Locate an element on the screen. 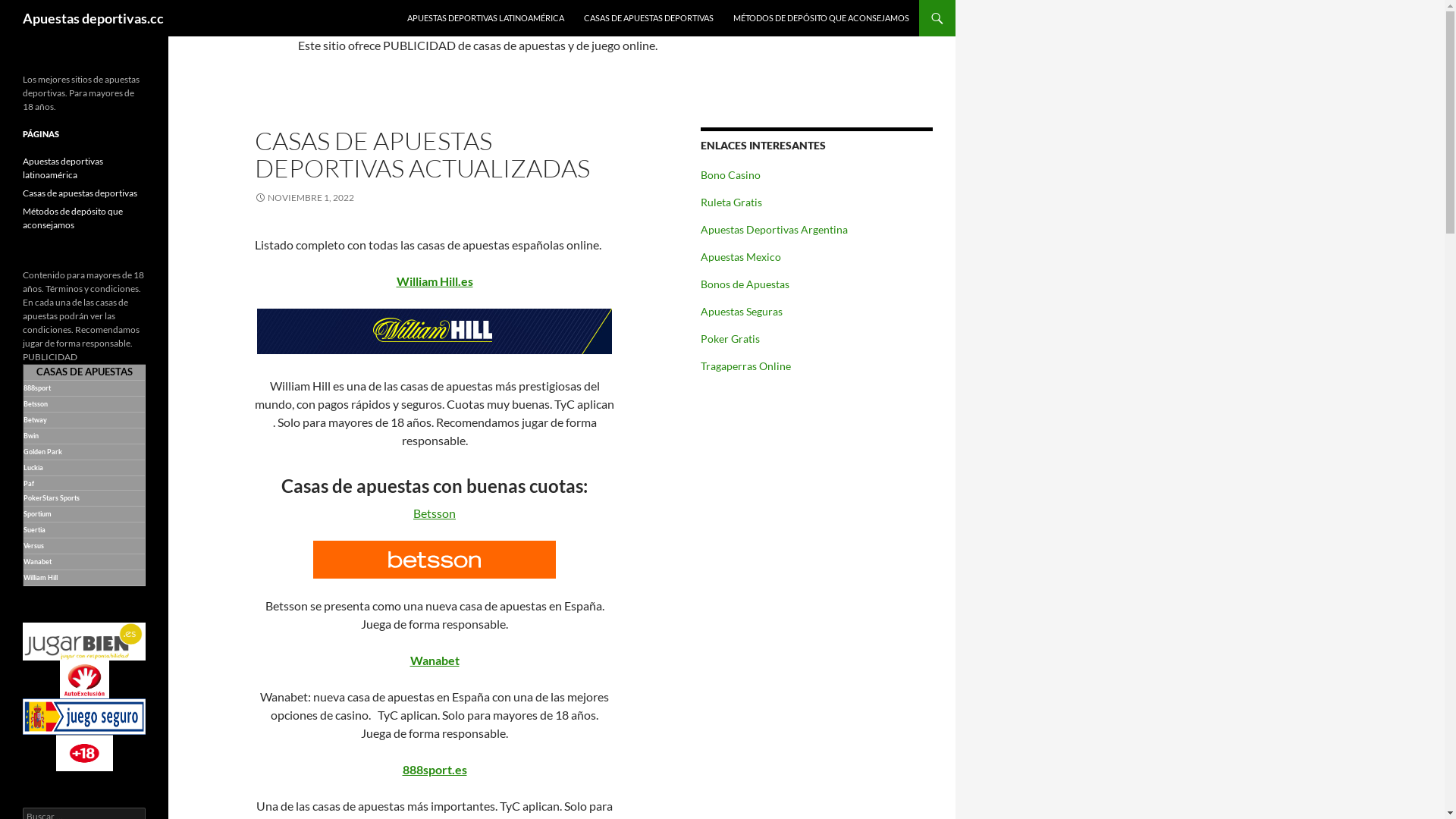  'Golden Park' is located at coordinates (23, 450).